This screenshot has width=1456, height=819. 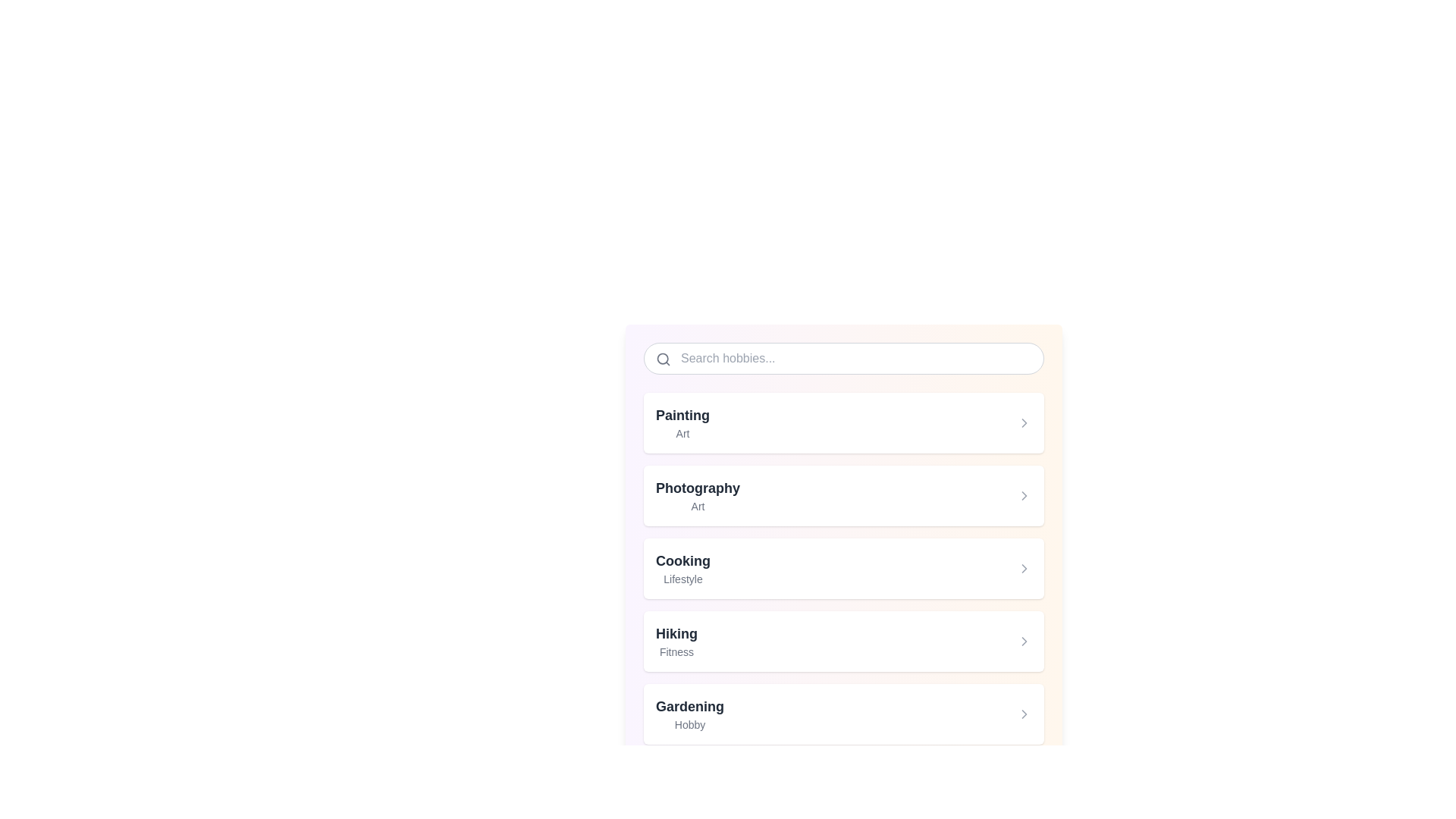 I want to click on the Navigation Chevron icon located at the far right of the 'Photography' card, so click(x=1024, y=496).